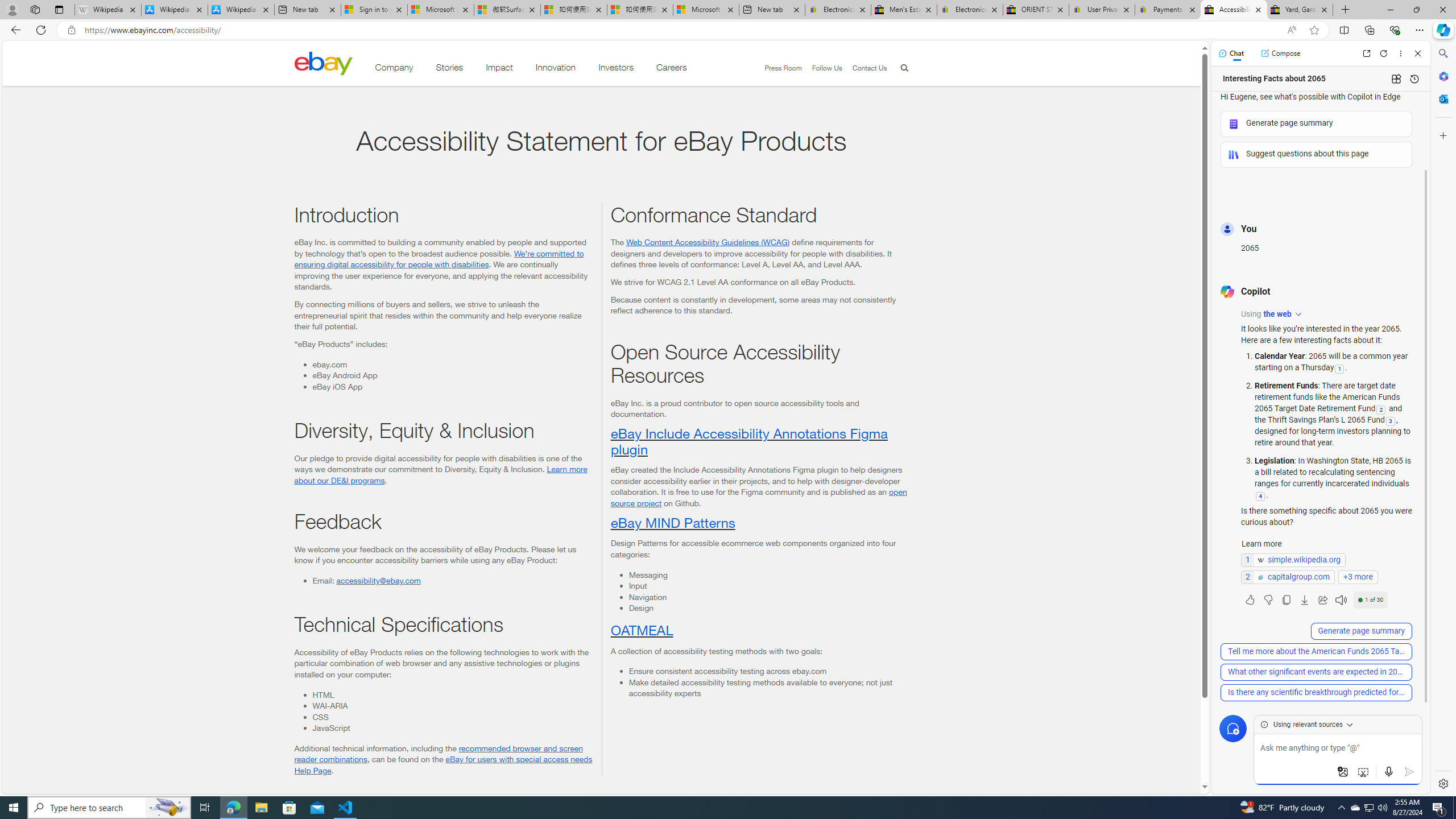 This screenshot has width=1456, height=819. Describe the element at coordinates (705, 9) in the screenshot. I see `'Microsoft account | Account Checkup'` at that location.